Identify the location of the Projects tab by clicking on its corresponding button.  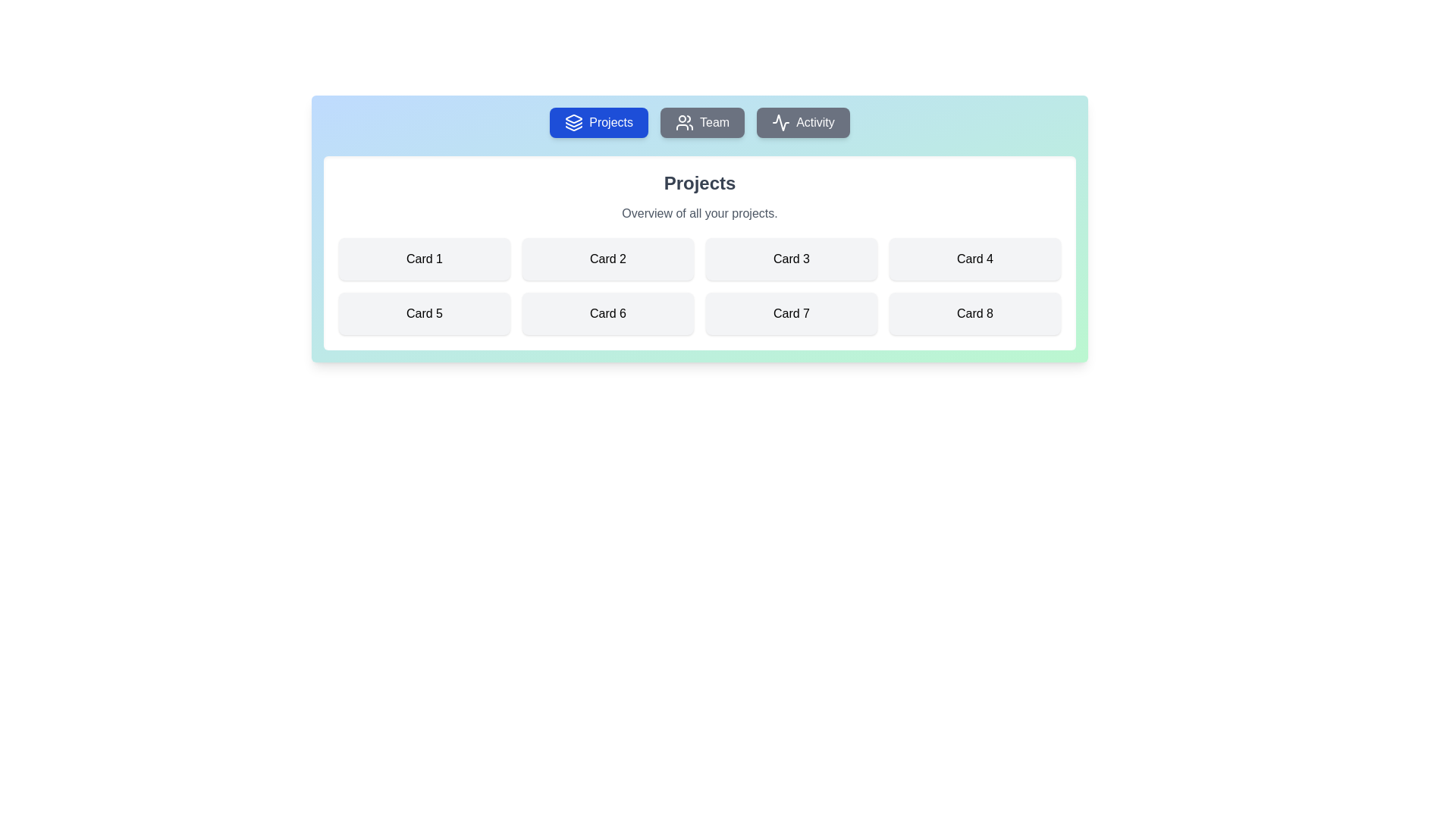
(598, 122).